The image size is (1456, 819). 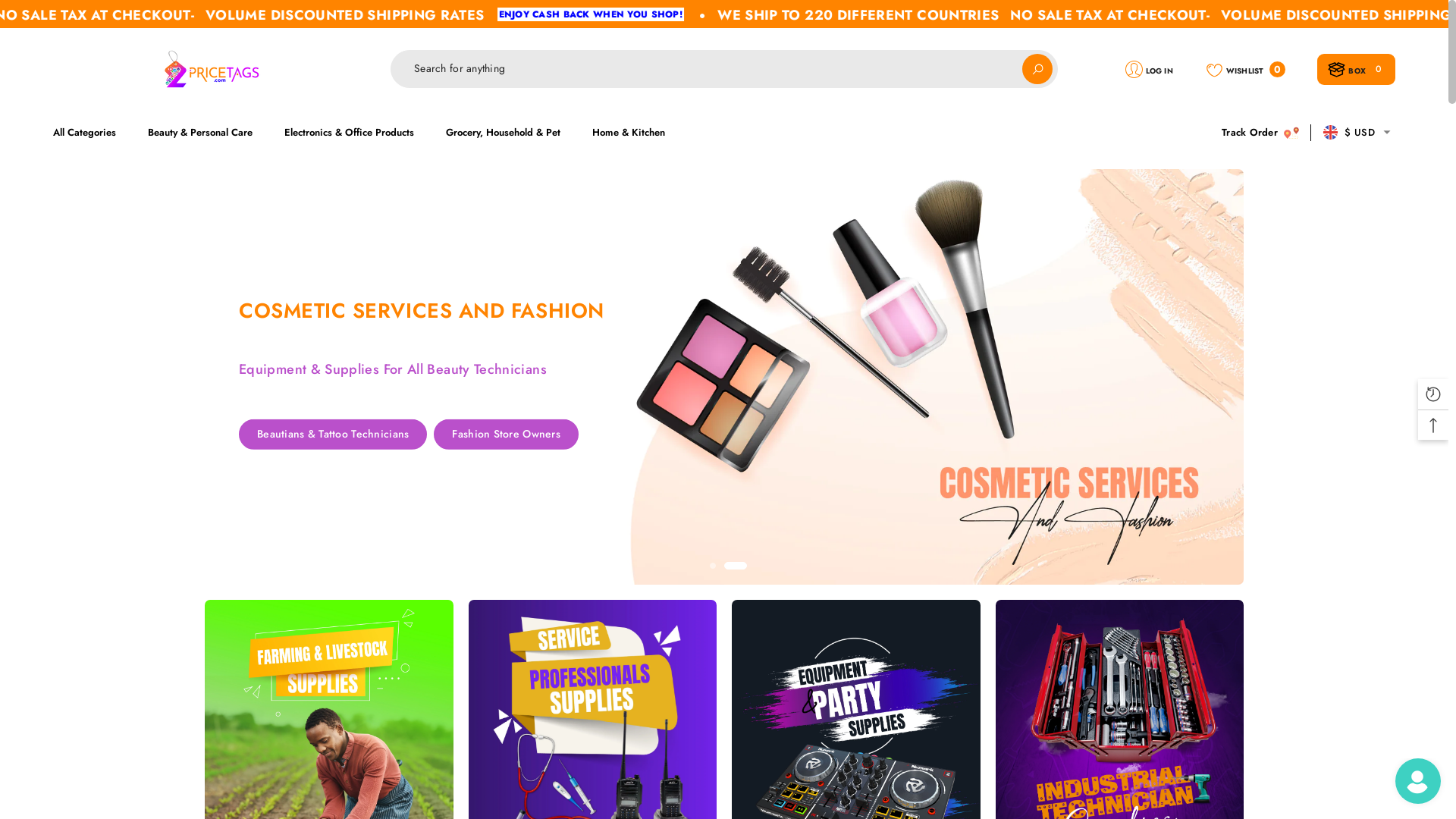 I want to click on 'Grocery, Household & Pet', so click(x=503, y=131).